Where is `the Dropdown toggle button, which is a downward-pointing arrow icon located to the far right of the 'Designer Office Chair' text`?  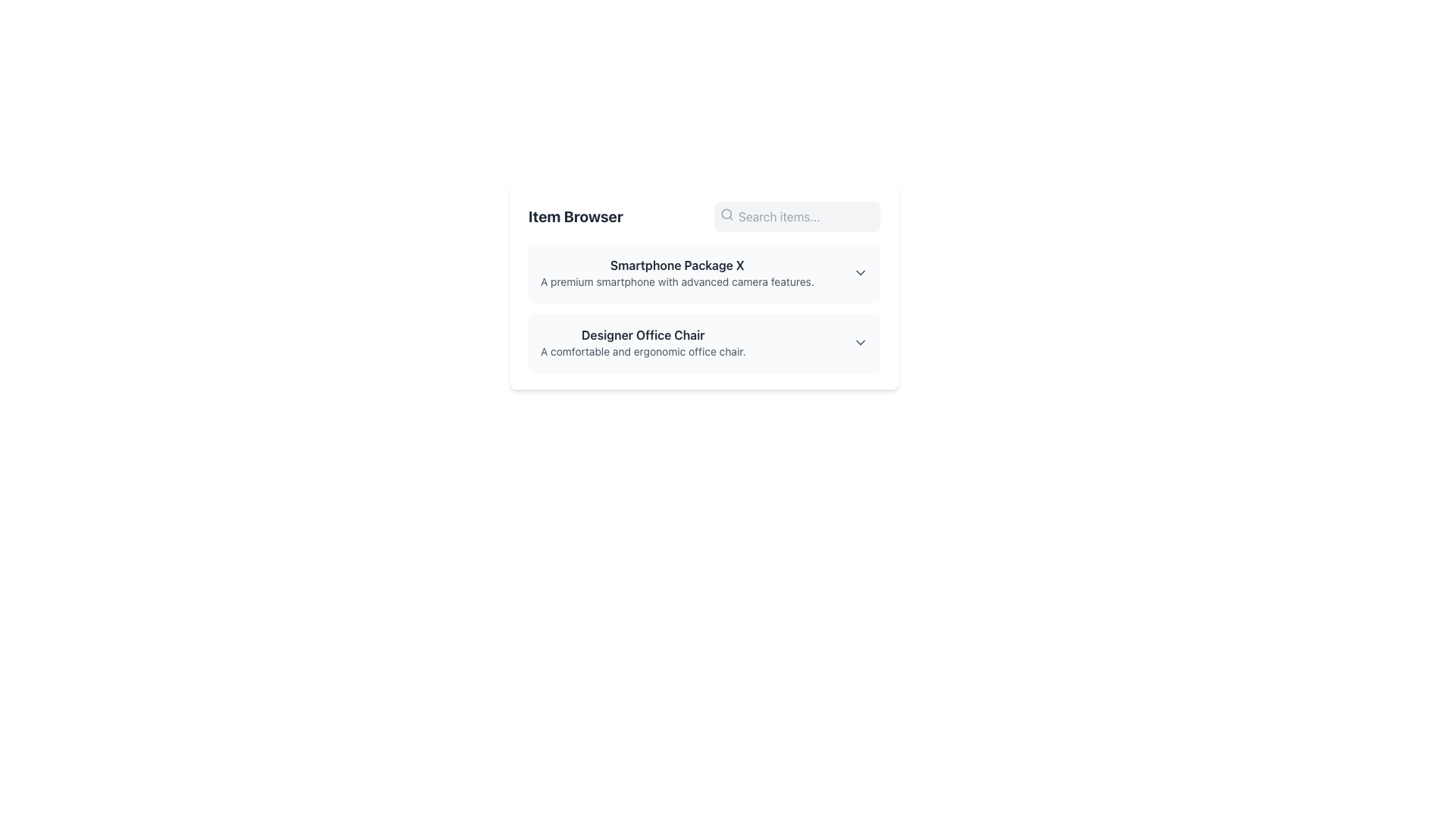
the Dropdown toggle button, which is a downward-pointing arrow icon located to the far right of the 'Designer Office Chair' text is located at coordinates (860, 342).